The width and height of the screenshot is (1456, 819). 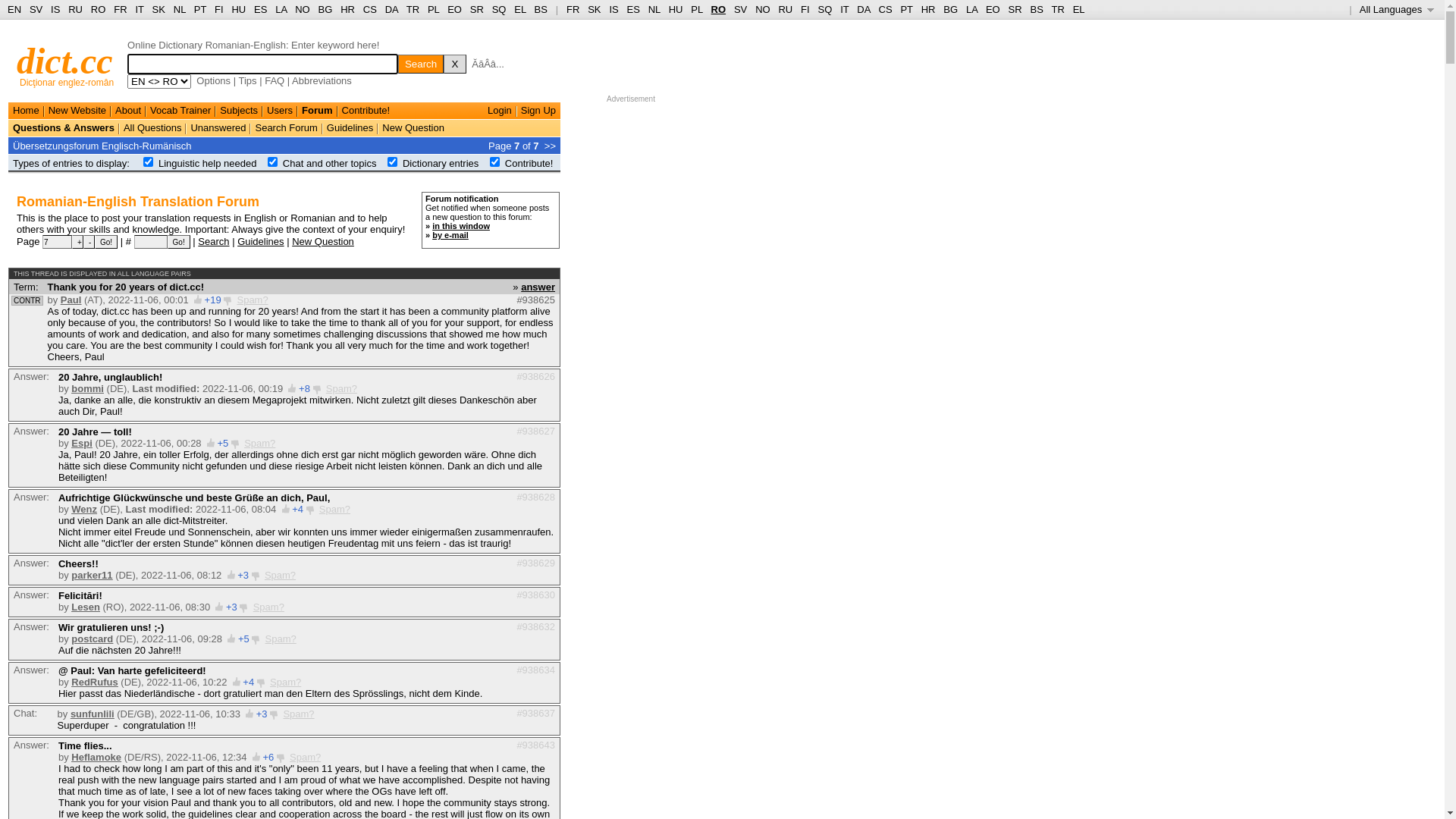 What do you see at coordinates (535, 430) in the screenshot?
I see `'#938627'` at bounding box center [535, 430].